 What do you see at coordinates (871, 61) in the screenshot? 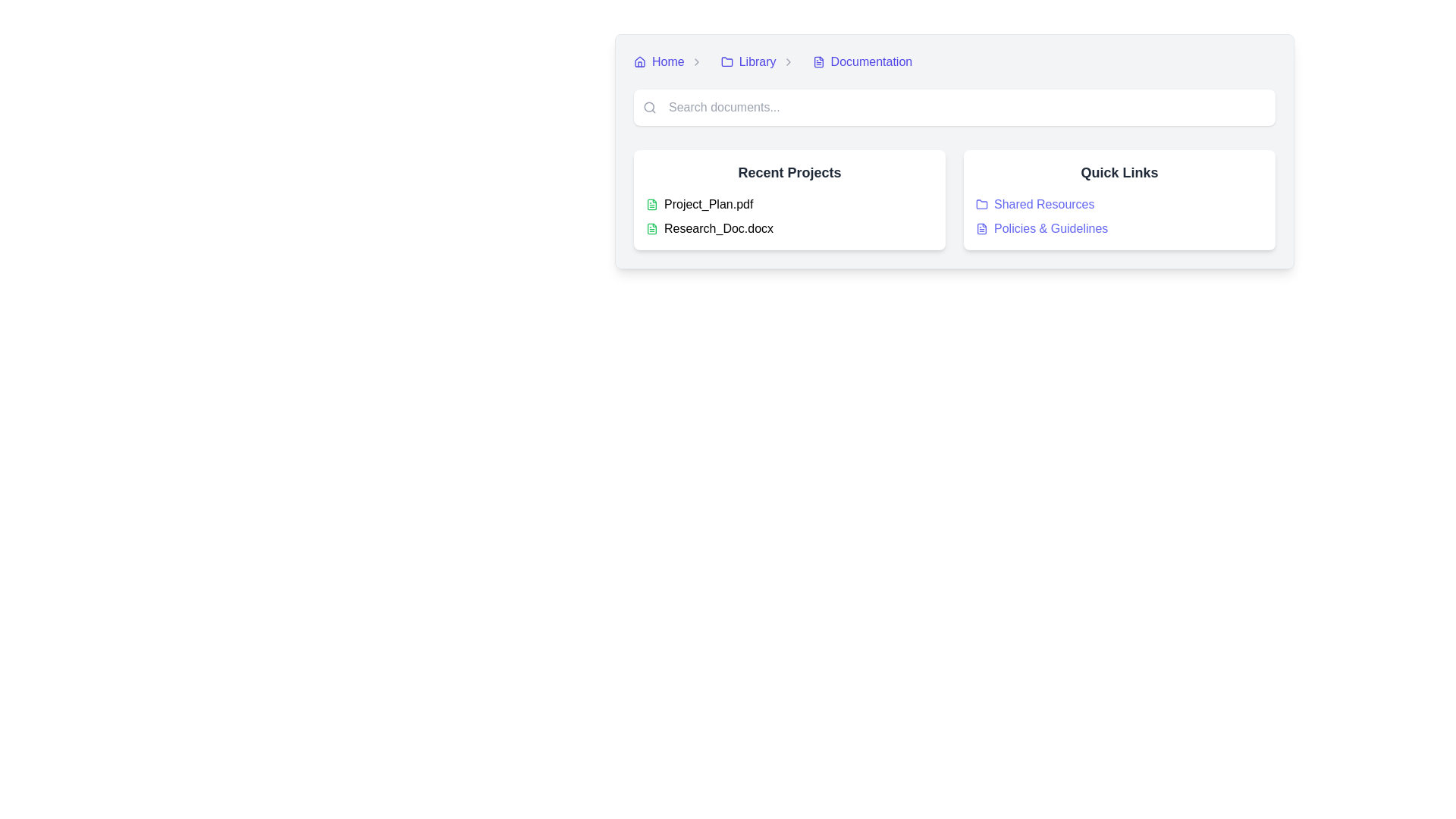
I see `the hyperlink located on the right side of the breadcrumb navigation bar, adjacent to the 'Library' link` at bounding box center [871, 61].